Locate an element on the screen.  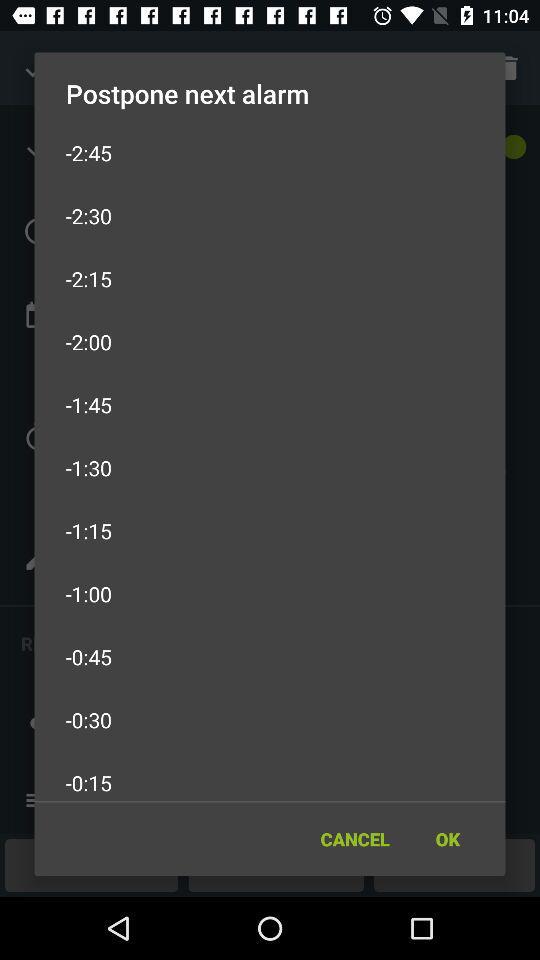
the cancel item is located at coordinates (354, 839).